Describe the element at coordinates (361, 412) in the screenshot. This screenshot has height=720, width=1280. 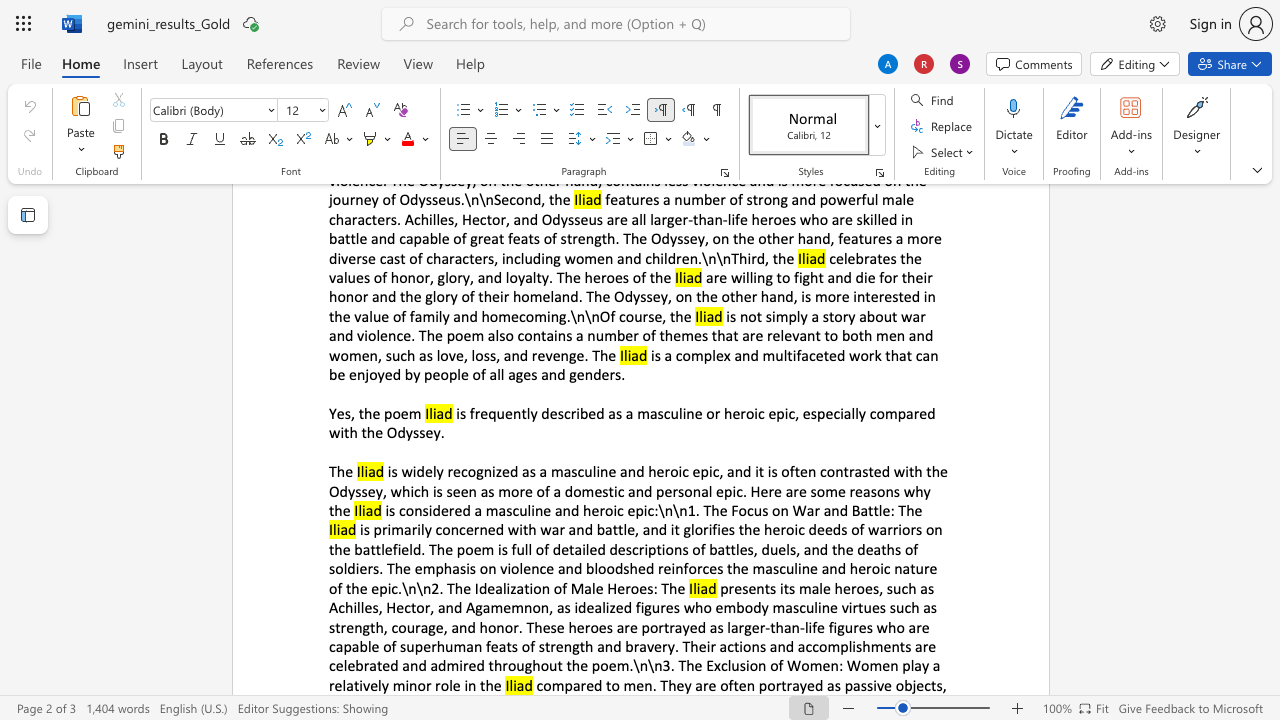
I see `the 1th character "t" in the text` at that location.